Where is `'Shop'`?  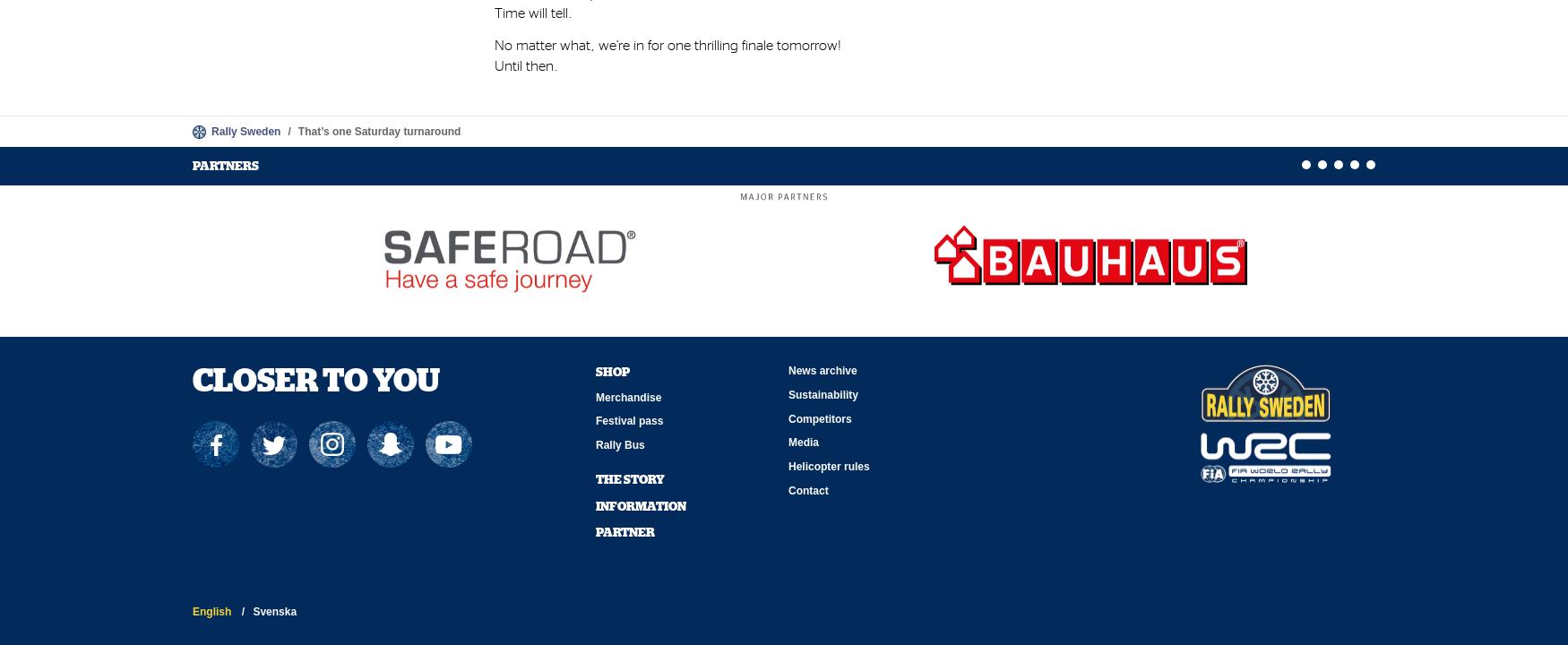
'Shop' is located at coordinates (612, 369).